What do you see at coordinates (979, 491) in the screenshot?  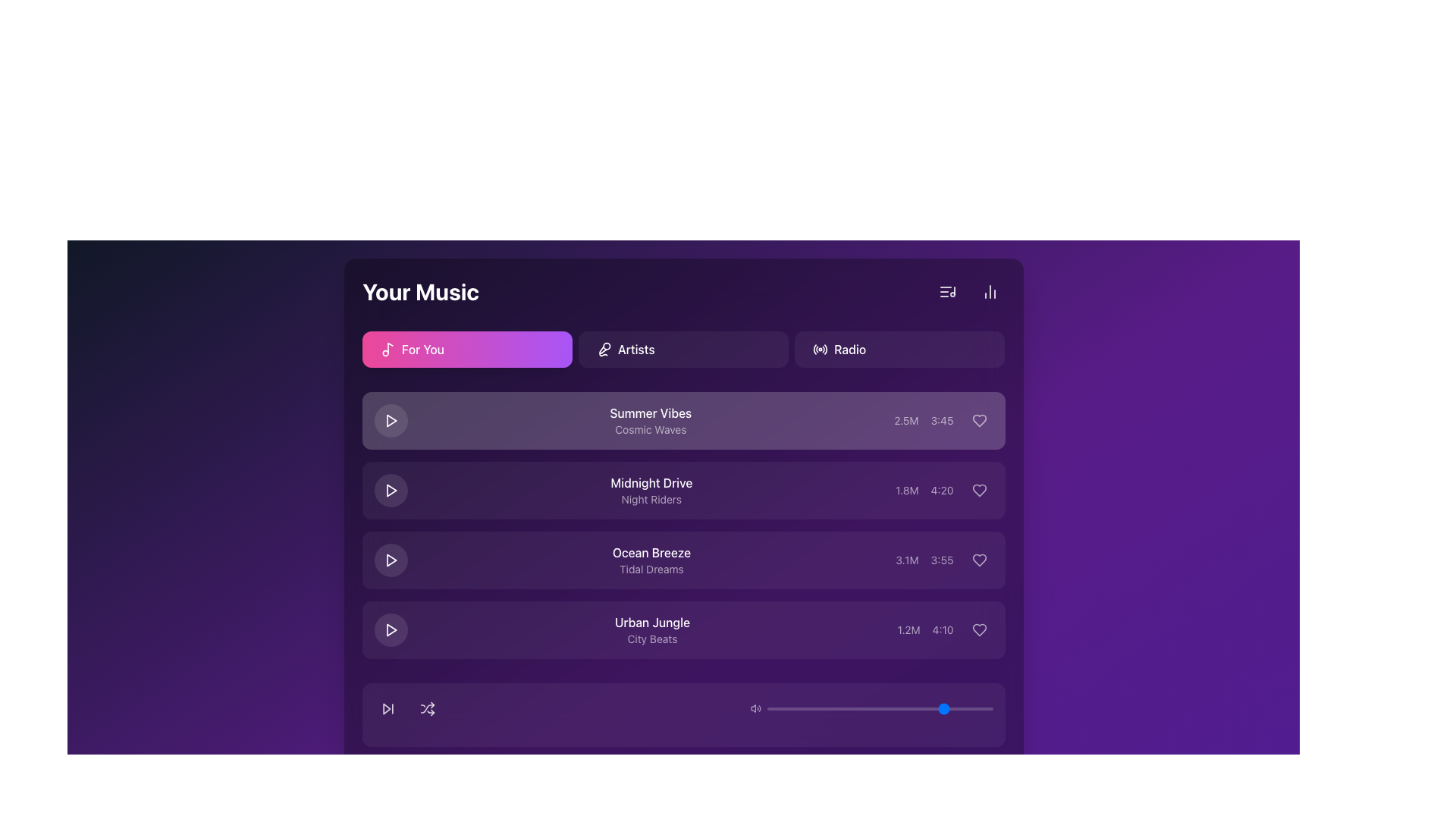 I see `the 'like' button for the item 'Midnight Drive'` at bounding box center [979, 491].